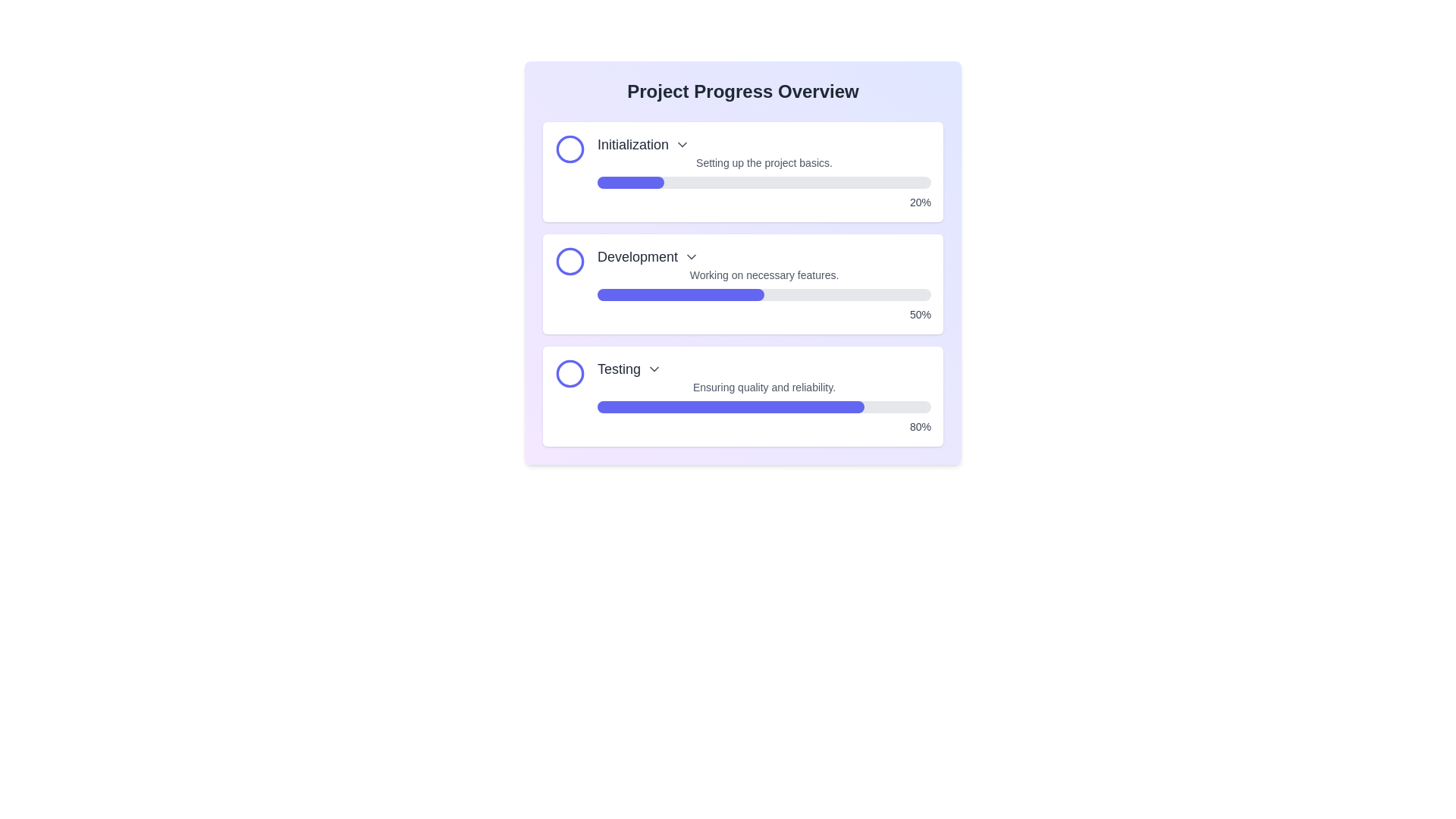  Describe the element at coordinates (764, 406) in the screenshot. I see `the progress bar that visually represents the completion percentage of the 'Testing' task, located below the 'Ensuring quality and reliability.' text and above the '80%' label` at that location.